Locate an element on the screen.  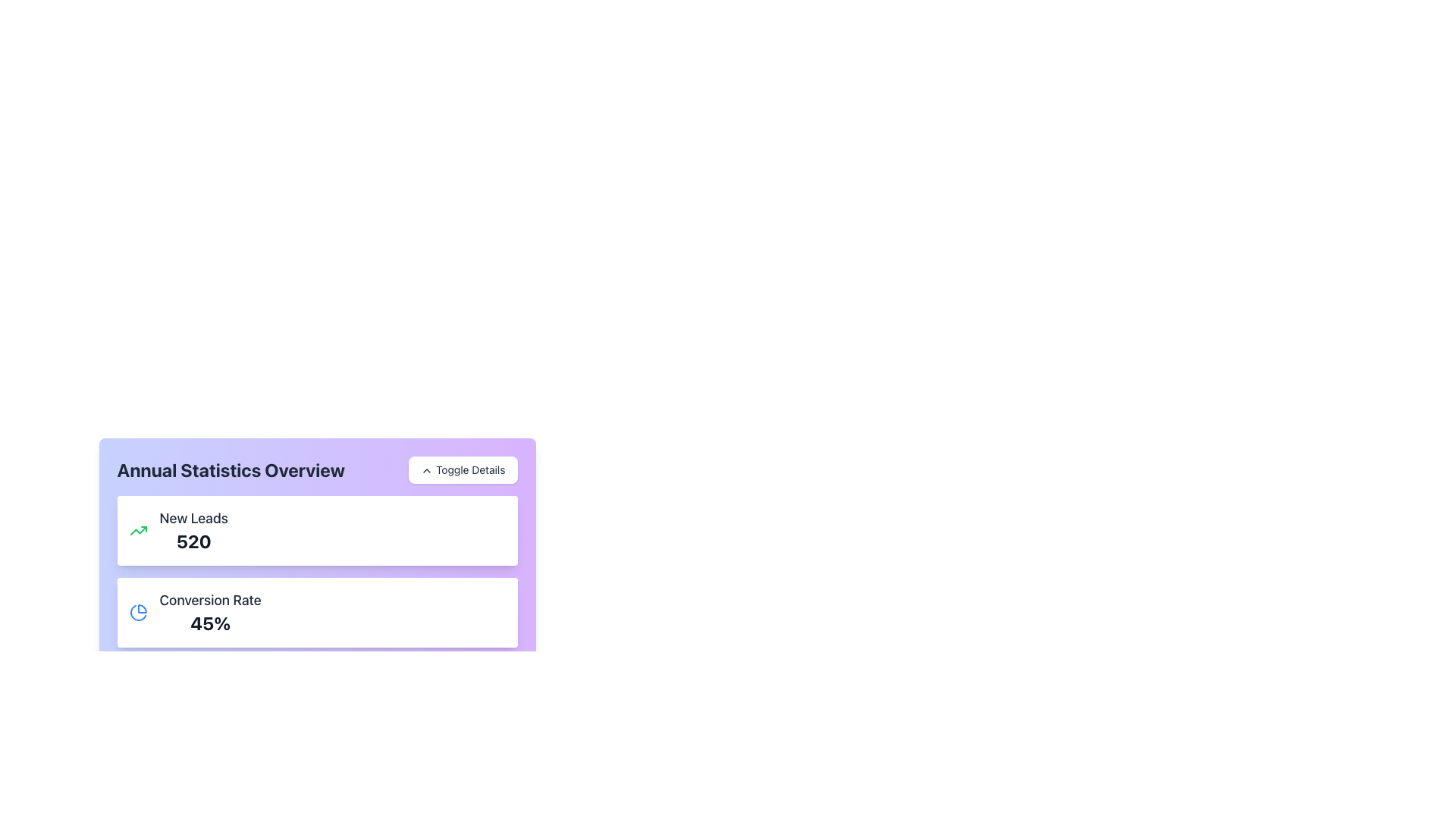
displayed percentage value '45%' located in the 'Conversion Rate' section of the 'Annual Statistics Overview' card, which is represented in a large, bold font and is centered below the label 'Conversion Rate' is located at coordinates (209, 623).